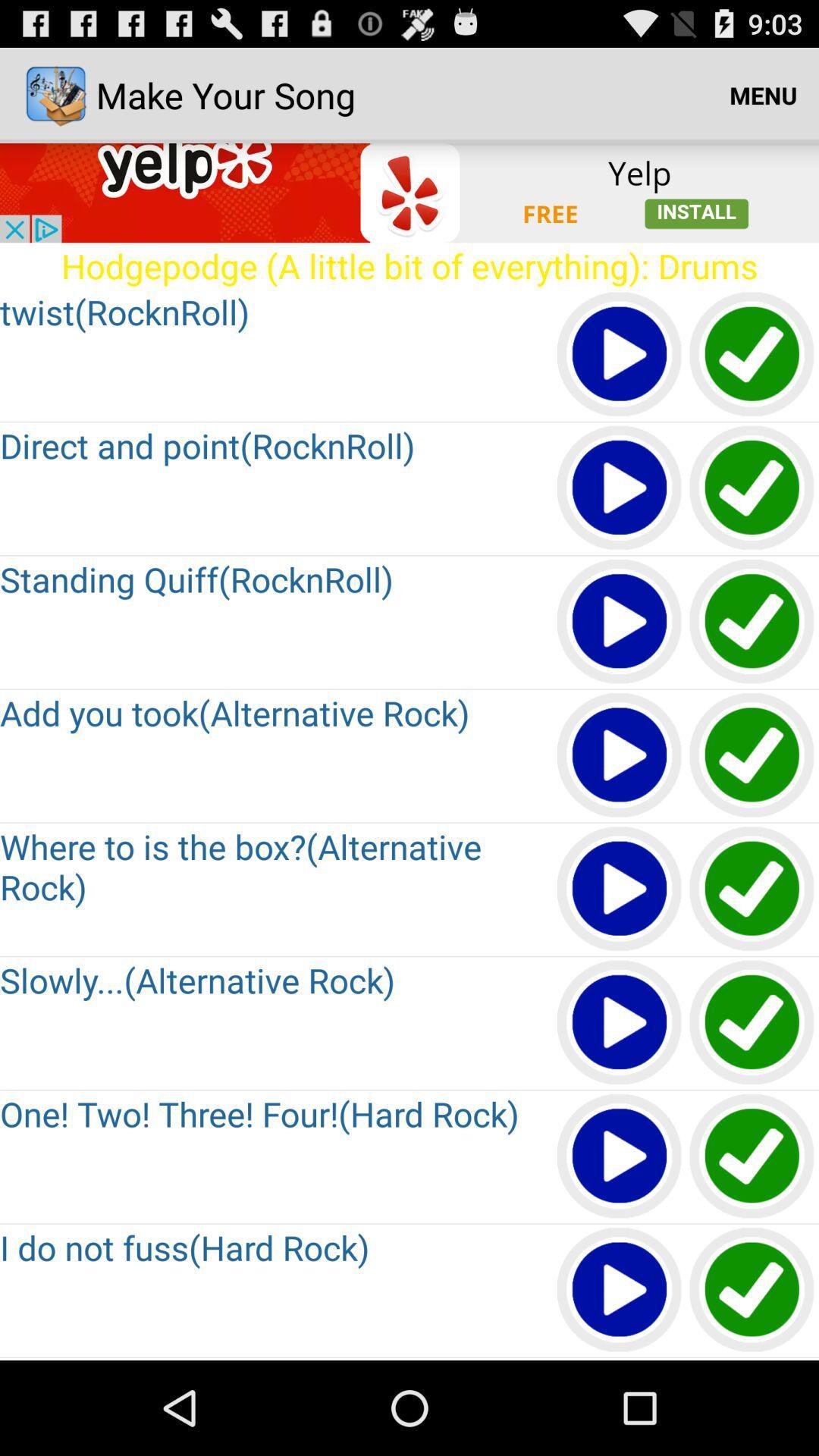 The width and height of the screenshot is (819, 1456). Describe the element at coordinates (620, 890) in the screenshot. I see `track` at that location.